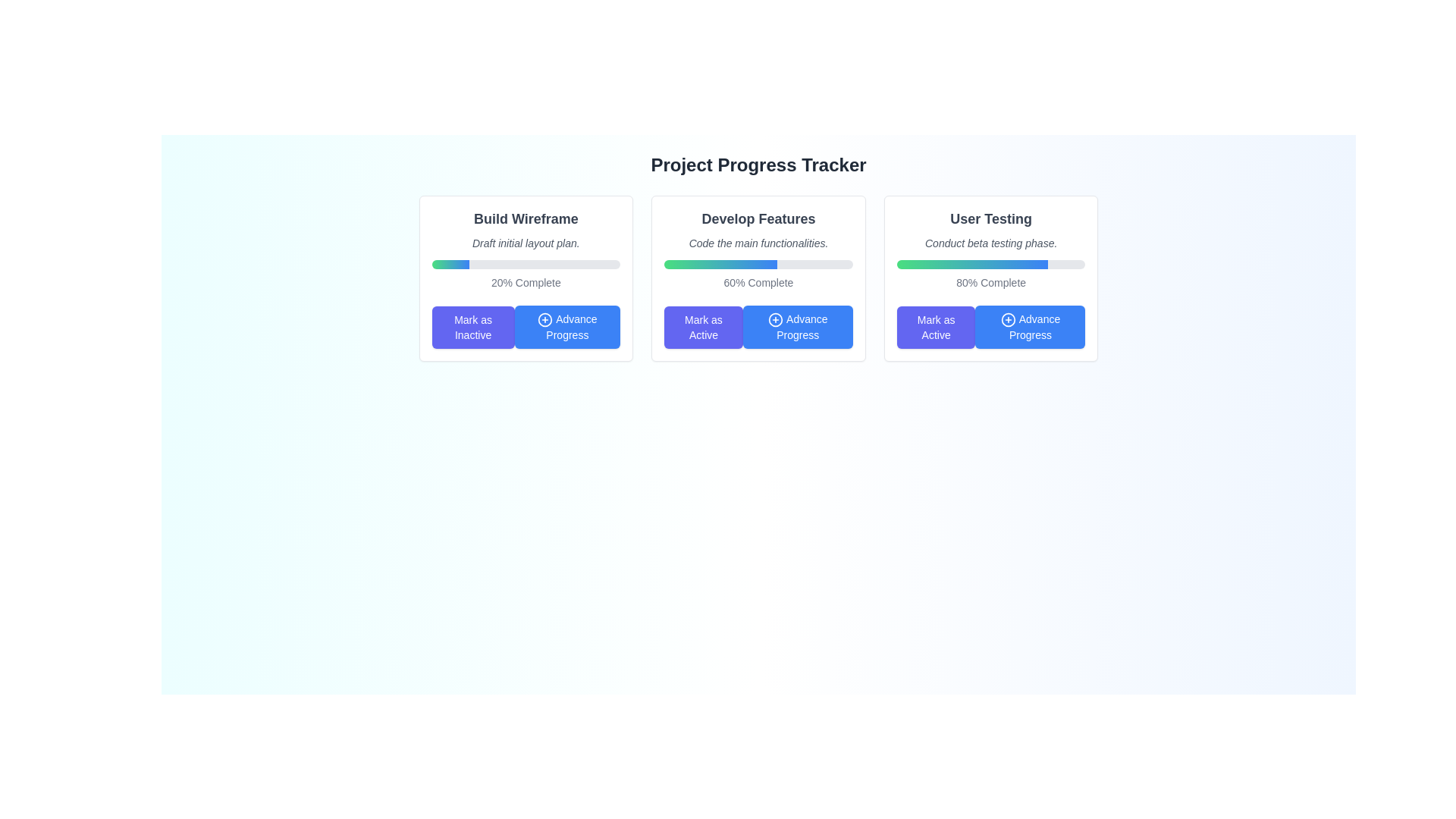 The image size is (1456, 819). I want to click on text displayed in the bold, larger font 'Build Wireframe' located at the top of the leftmost rectangular card containing project details, so click(526, 219).